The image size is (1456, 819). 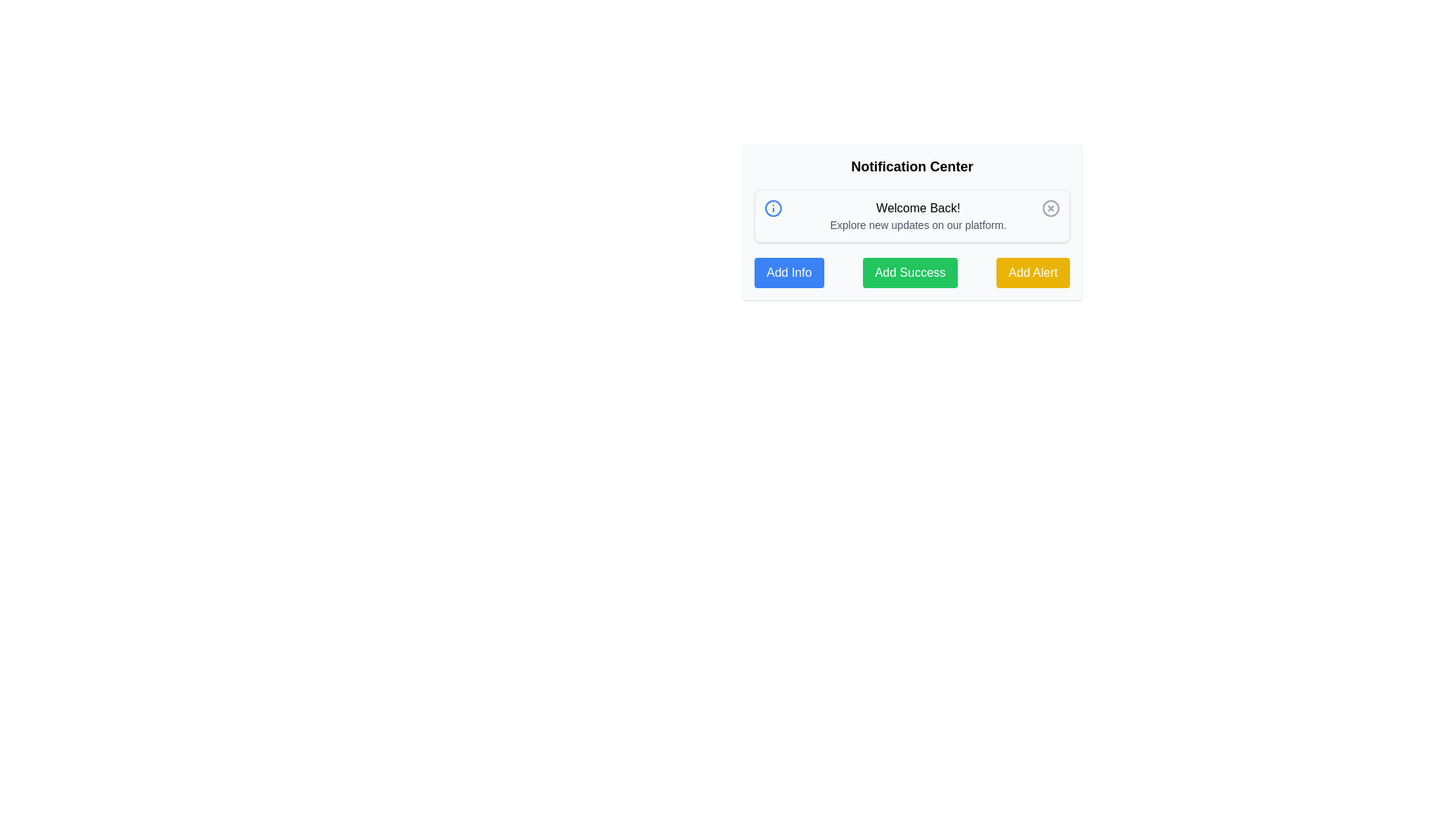 I want to click on the third button in the horizontal row below the 'Notification Center' card, so click(x=1032, y=271).